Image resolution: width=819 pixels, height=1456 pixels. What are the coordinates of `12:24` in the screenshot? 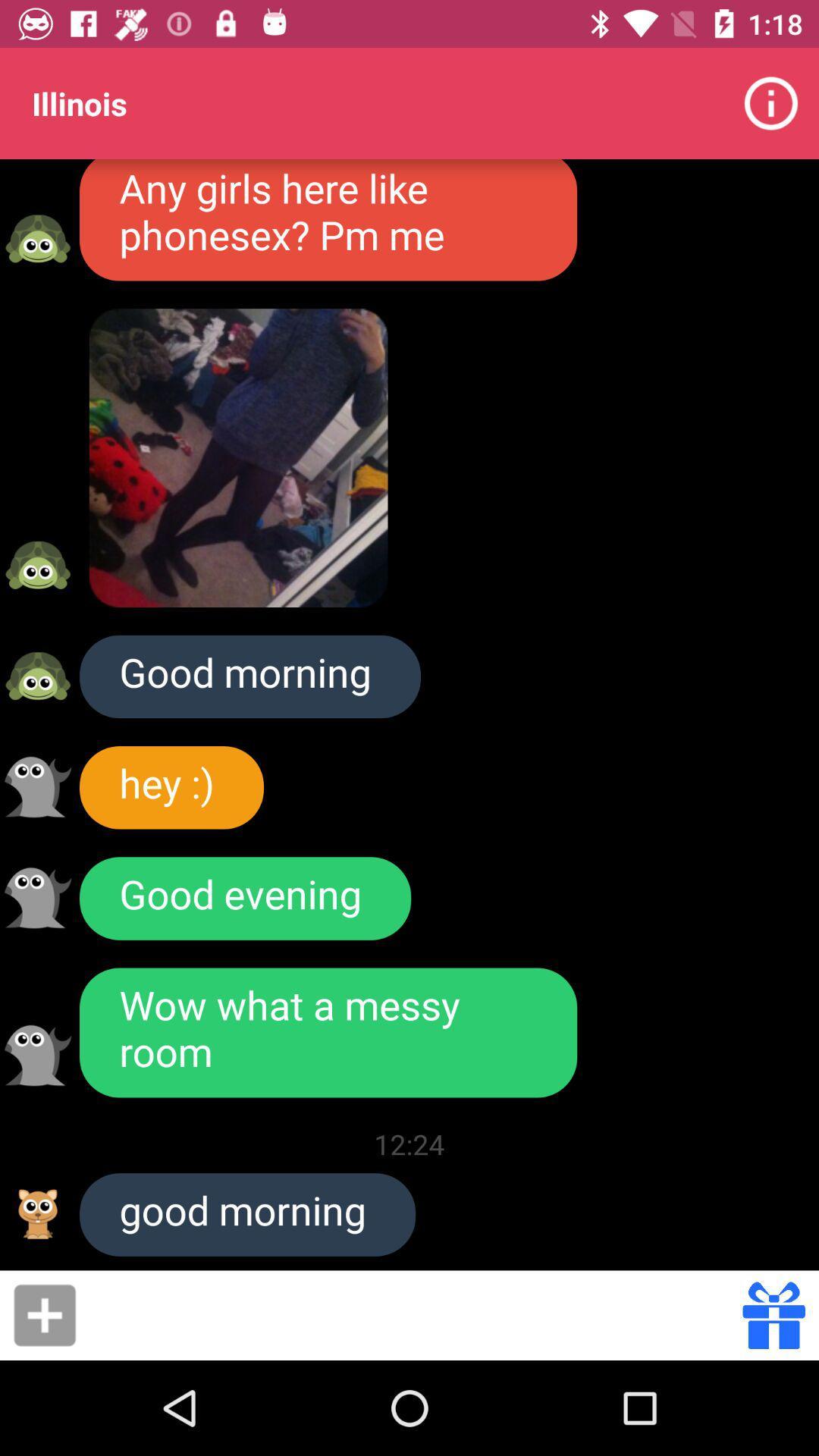 It's located at (409, 1144).